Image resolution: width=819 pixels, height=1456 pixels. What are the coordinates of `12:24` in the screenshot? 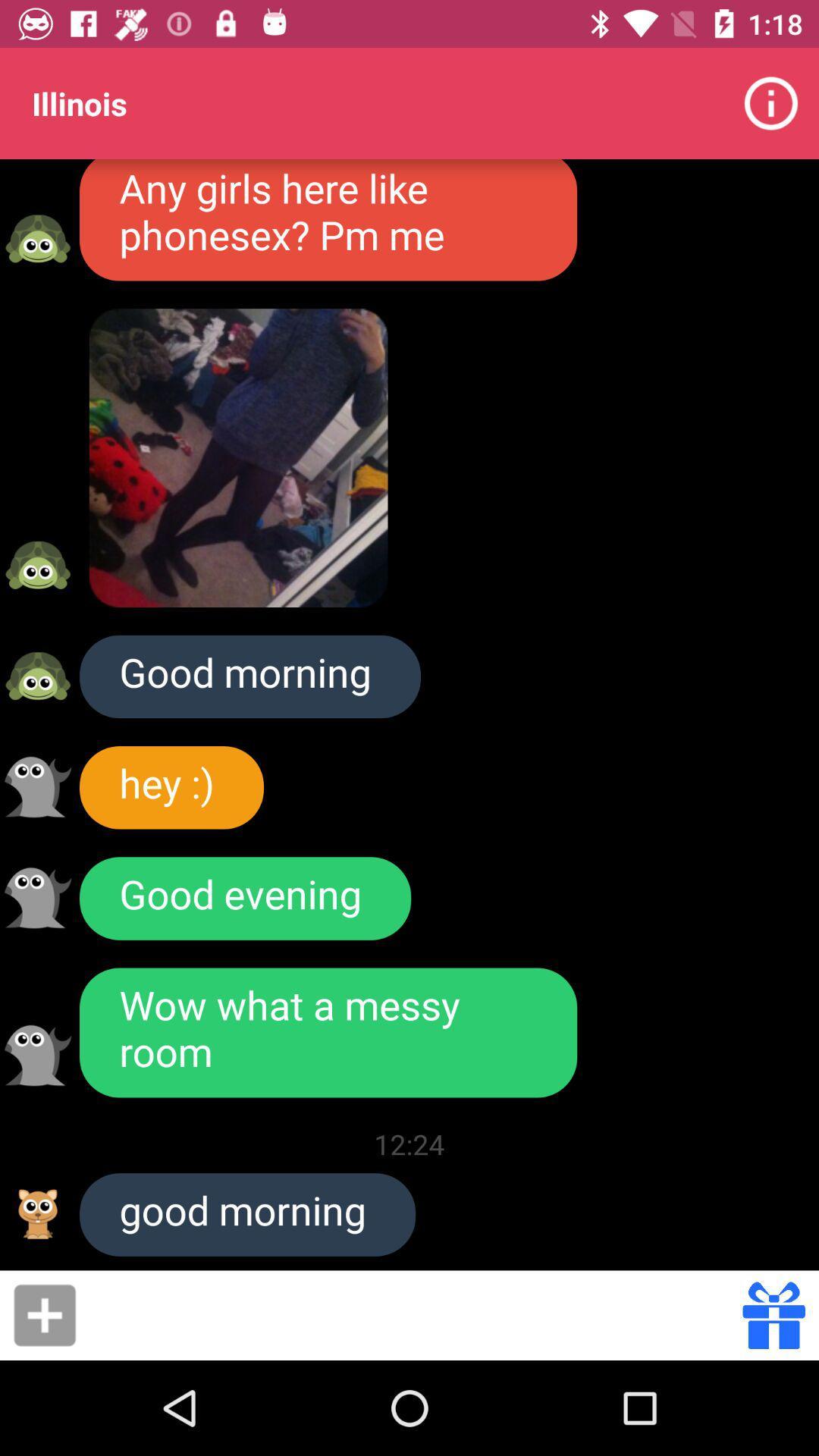 It's located at (409, 1144).